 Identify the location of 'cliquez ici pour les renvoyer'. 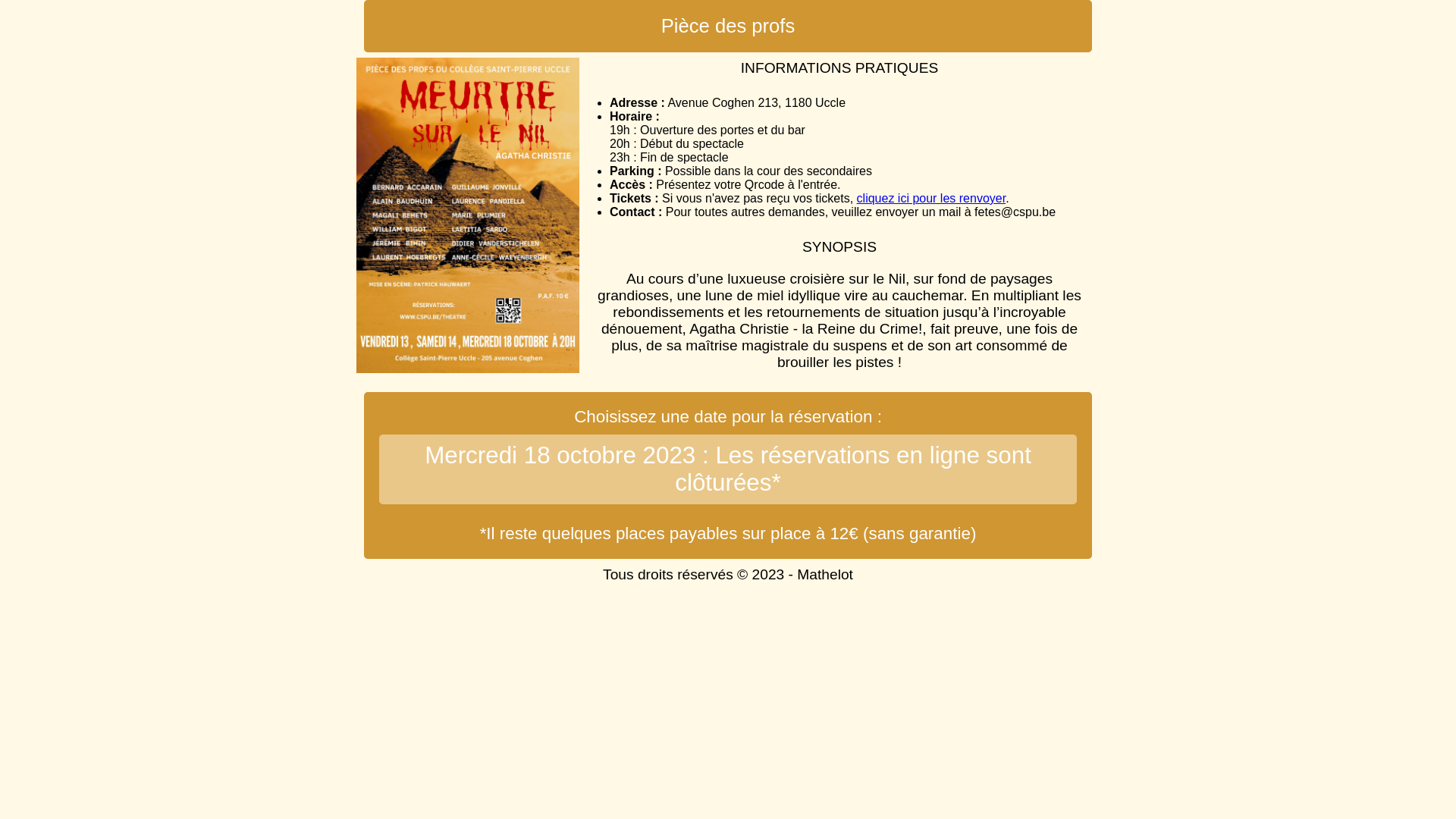
(930, 197).